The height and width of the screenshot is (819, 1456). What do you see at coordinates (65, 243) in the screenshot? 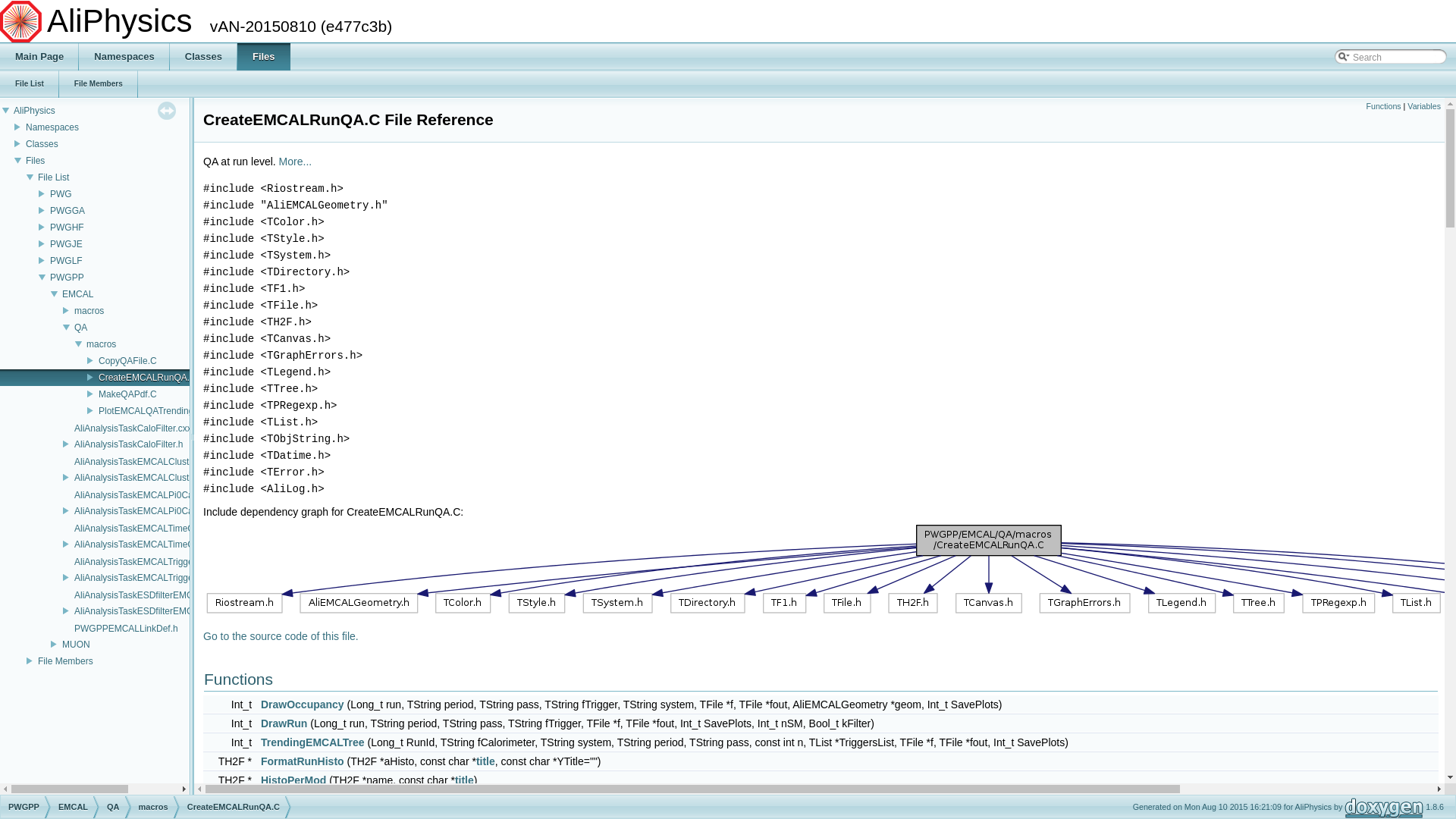
I see `'PWGJE'` at bounding box center [65, 243].